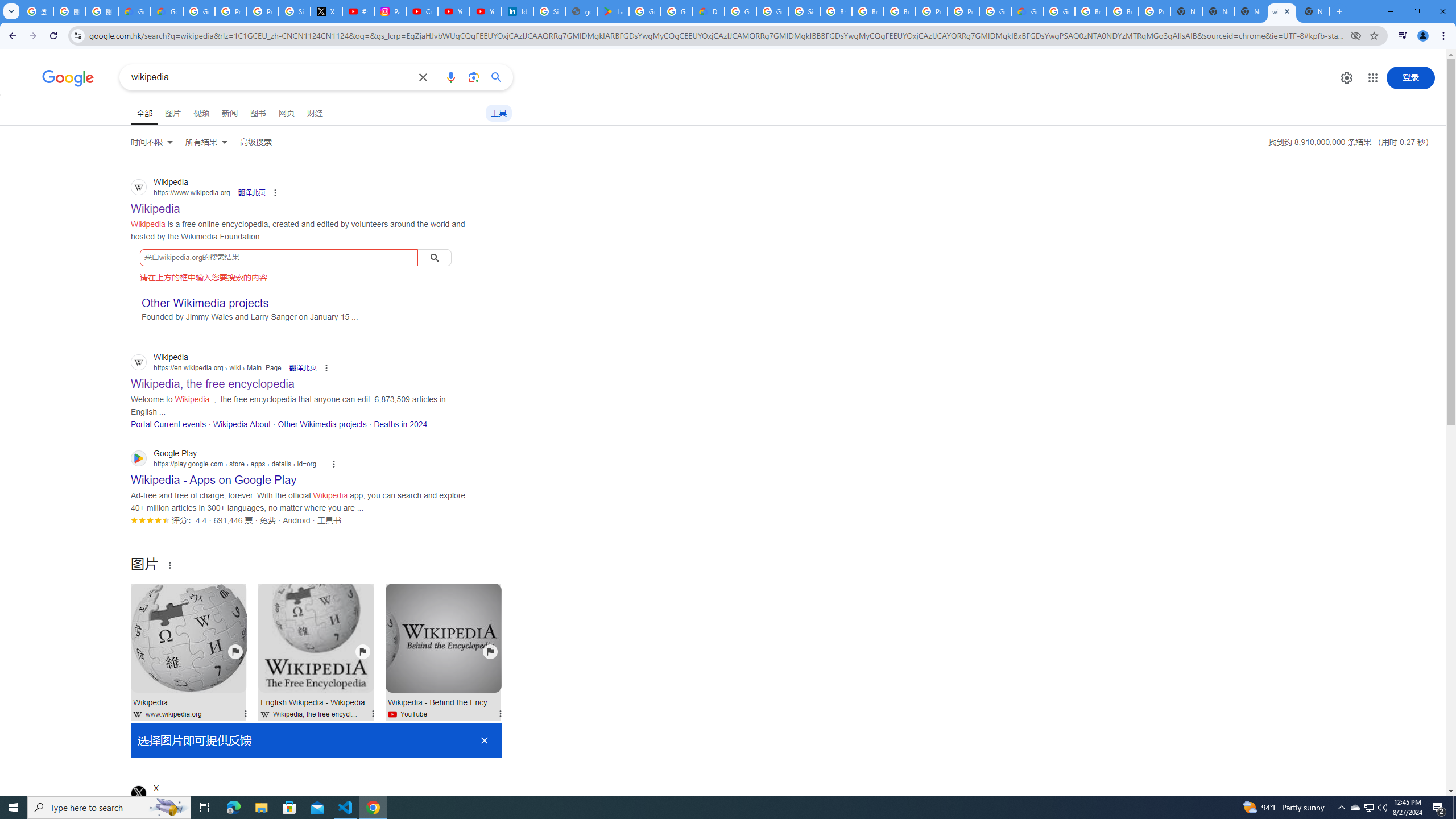 Image resolution: width=1456 pixels, height=819 pixels. What do you see at coordinates (994, 11) in the screenshot?
I see `'Google Cloud Platform'` at bounding box center [994, 11].